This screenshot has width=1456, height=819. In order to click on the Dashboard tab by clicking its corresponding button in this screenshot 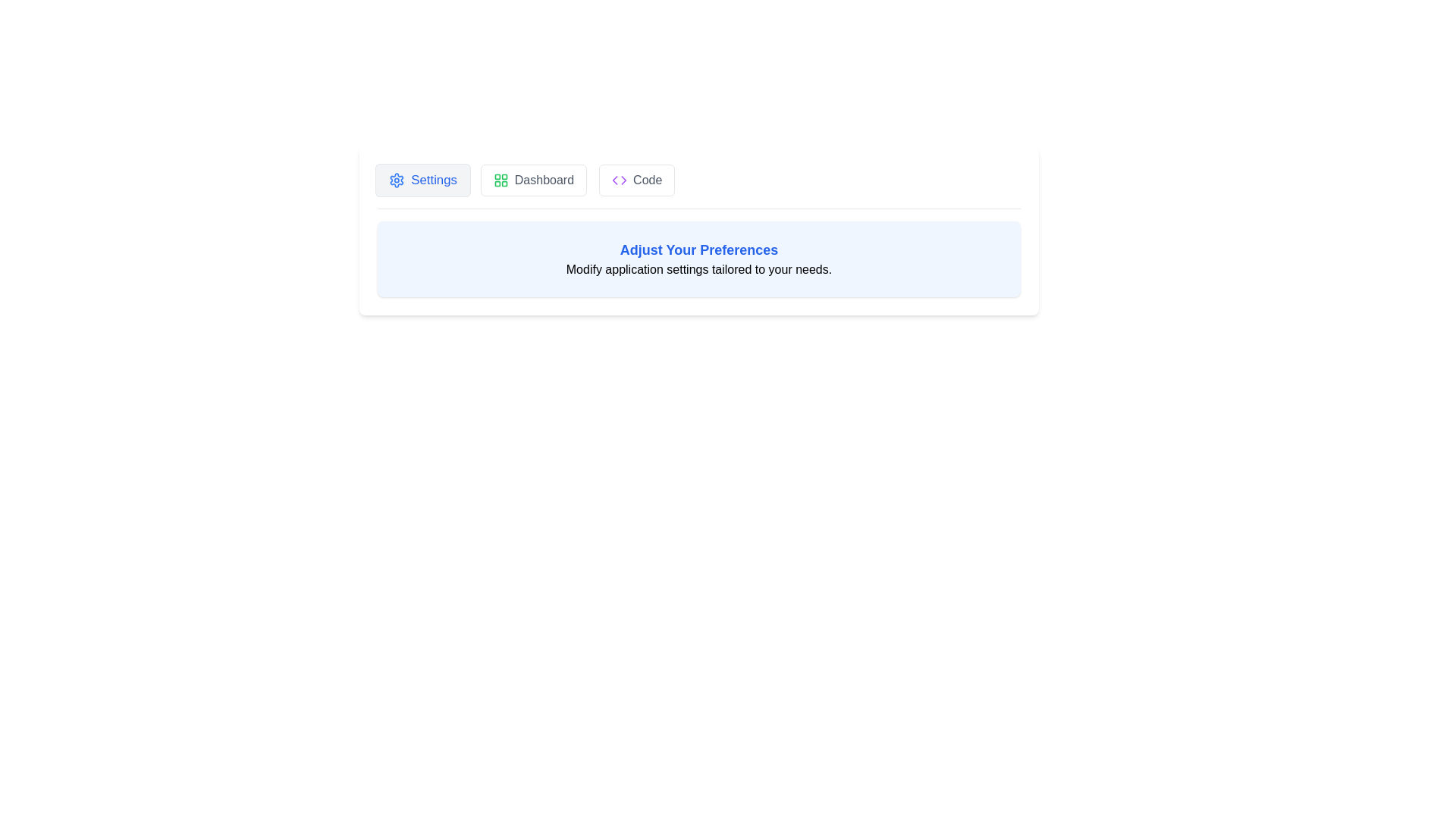, I will do `click(533, 180)`.